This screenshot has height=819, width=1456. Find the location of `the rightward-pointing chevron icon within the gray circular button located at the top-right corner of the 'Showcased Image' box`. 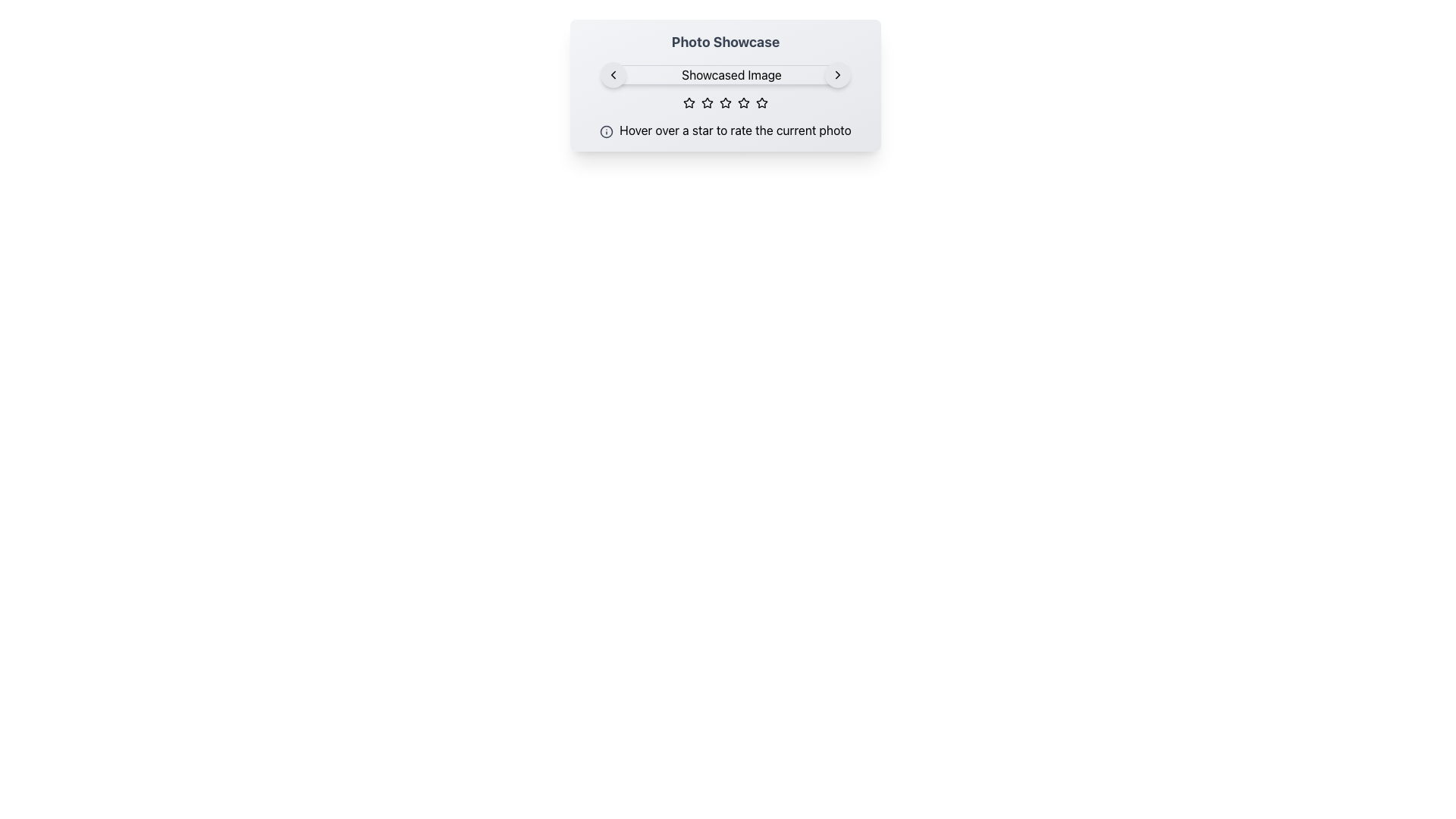

the rightward-pointing chevron icon within the gray circular button located at the top-right corner of the 'Showcased Image' box is located at coordinates (836, 75).